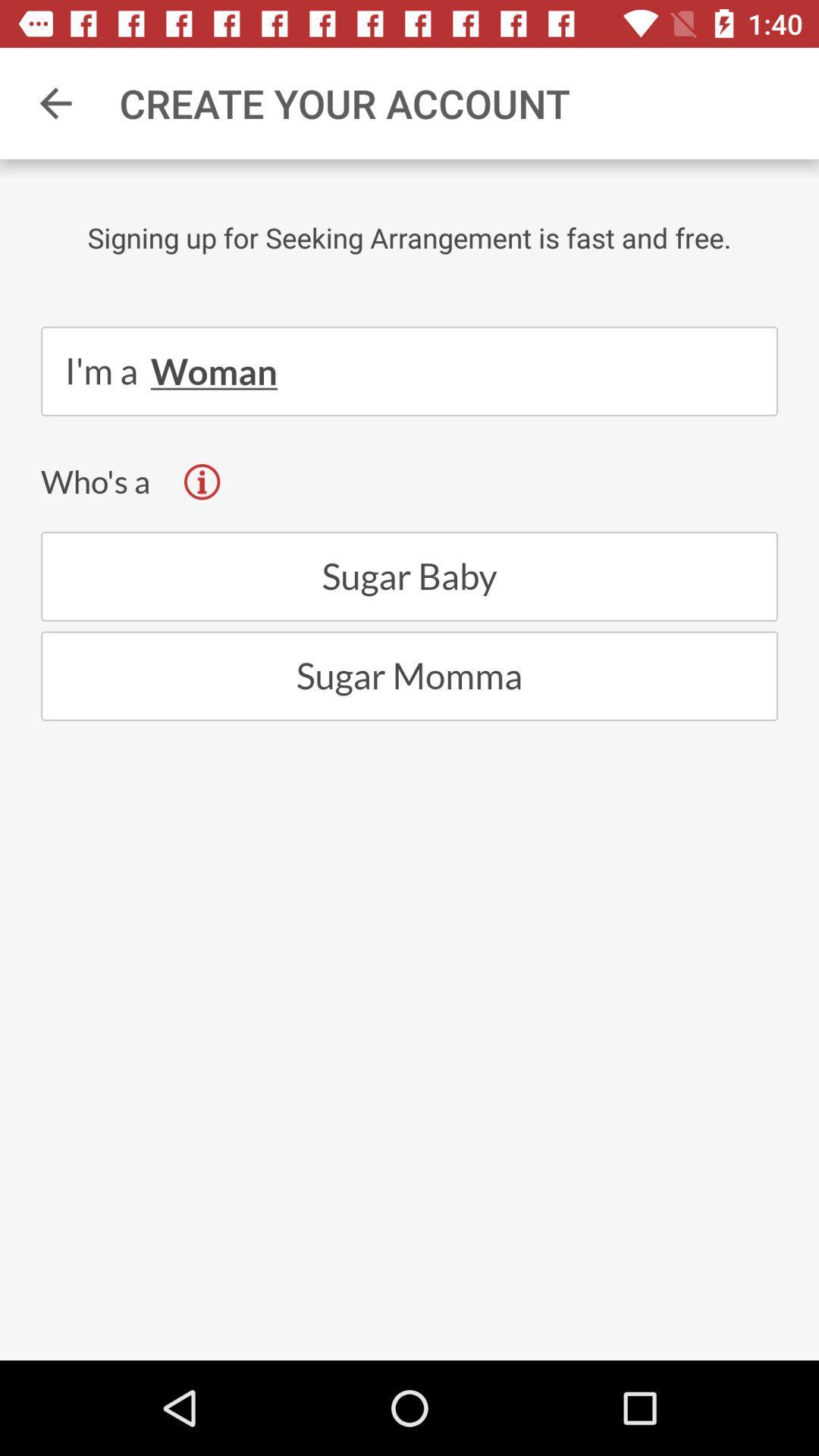  What do you see at coordinates (55, 102) in the screenshot?
I see `the item above the signing up for` at bounding box center [55, 102].